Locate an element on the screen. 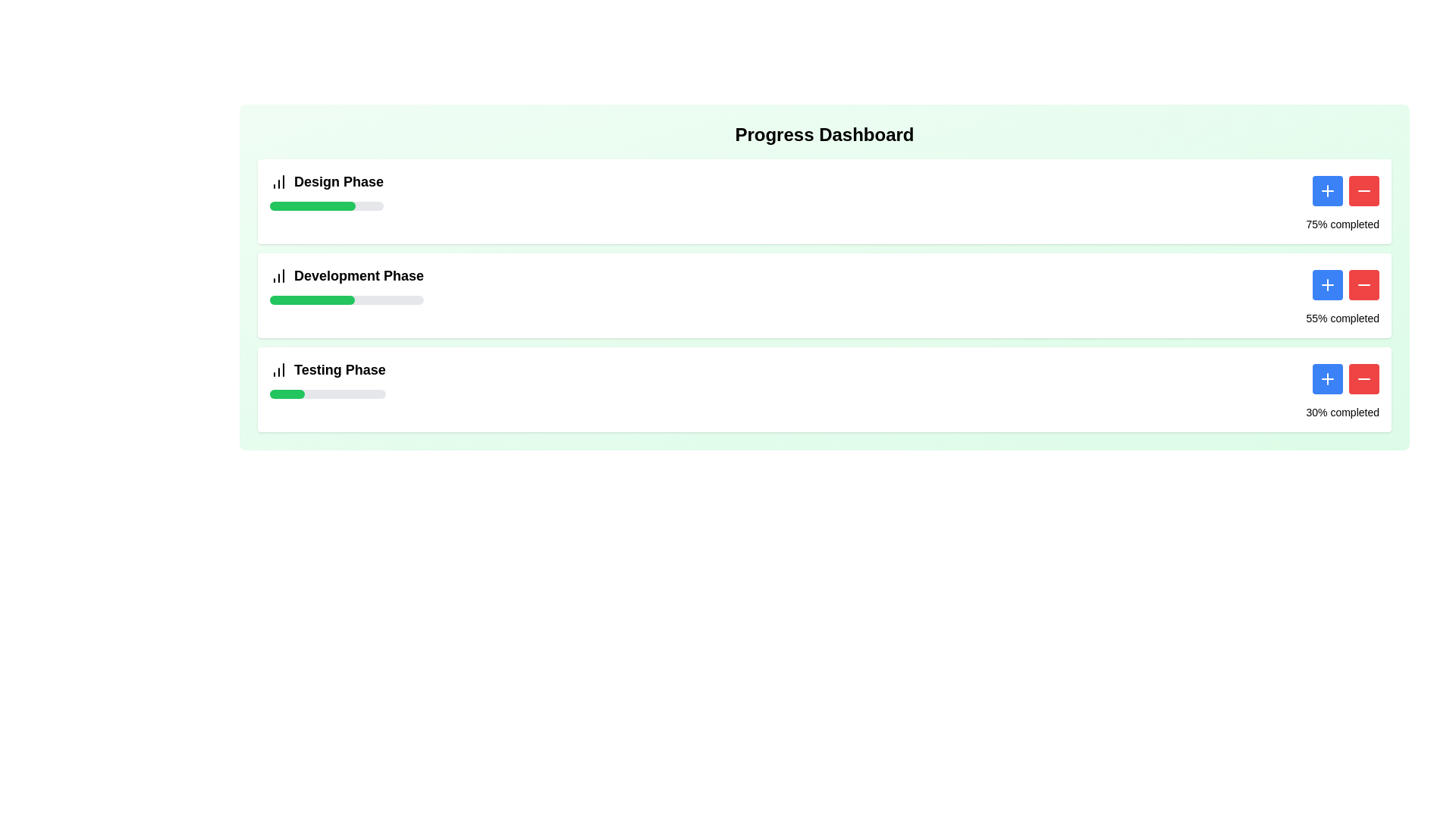 This screenshot has width=1456, height=819. the label that represents the first stage in a sequence of phases, positioned at the top left of the first group above a progress bar is located at coordinates (326, 180).